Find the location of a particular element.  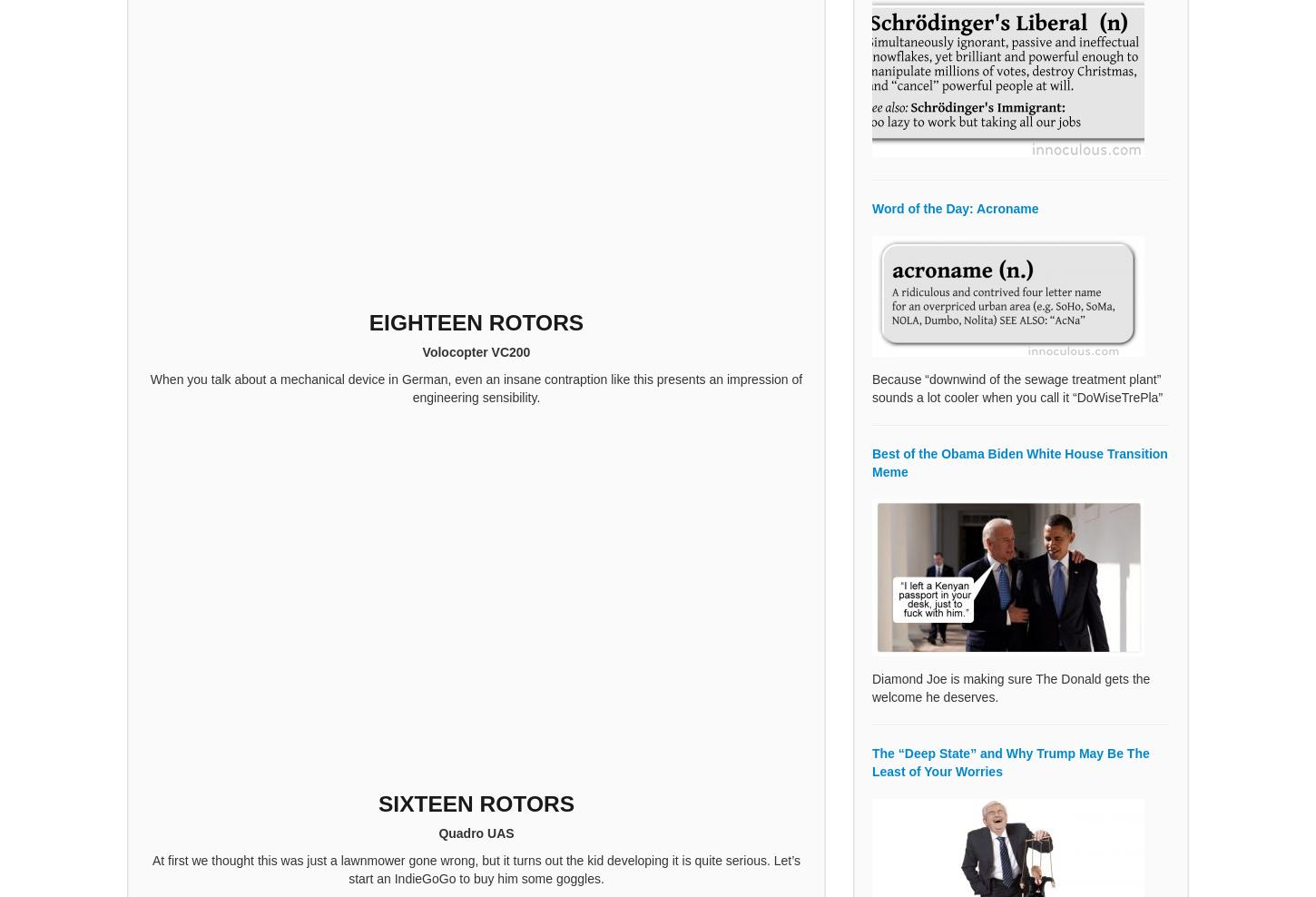

'Volocopter VC200' is located at coordinates (476, 350).